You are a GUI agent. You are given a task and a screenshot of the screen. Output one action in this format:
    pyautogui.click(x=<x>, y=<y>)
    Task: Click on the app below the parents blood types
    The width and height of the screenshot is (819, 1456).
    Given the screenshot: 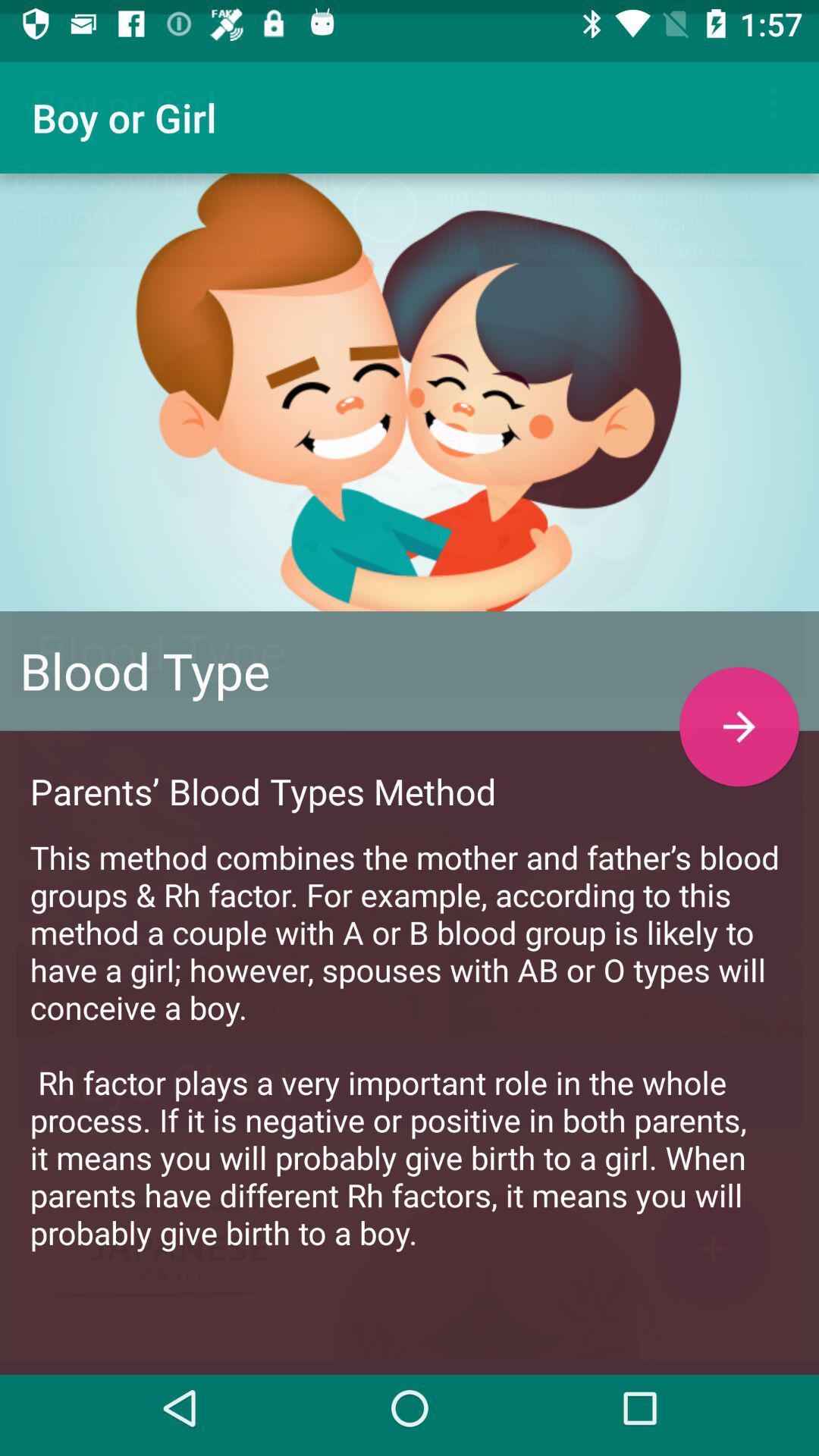 What is the action you would take?
    pyautogui.click(x=409, y=1030)
    